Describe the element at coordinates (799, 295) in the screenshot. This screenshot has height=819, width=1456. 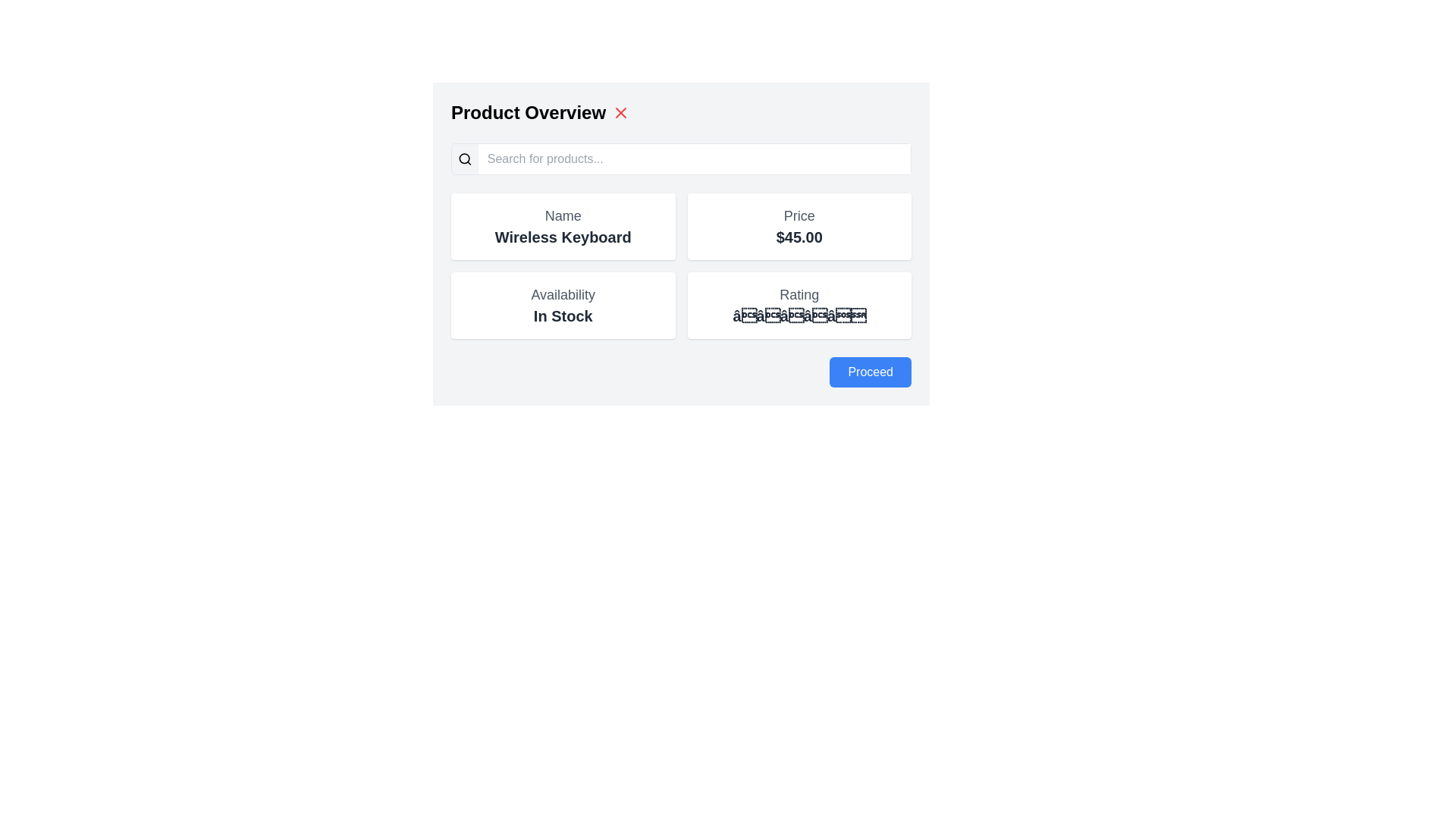
I see `the 'Rating' text label, which is a medium-sized gray font positioned above the star symbols in the bottom right section of the interface` at that location.